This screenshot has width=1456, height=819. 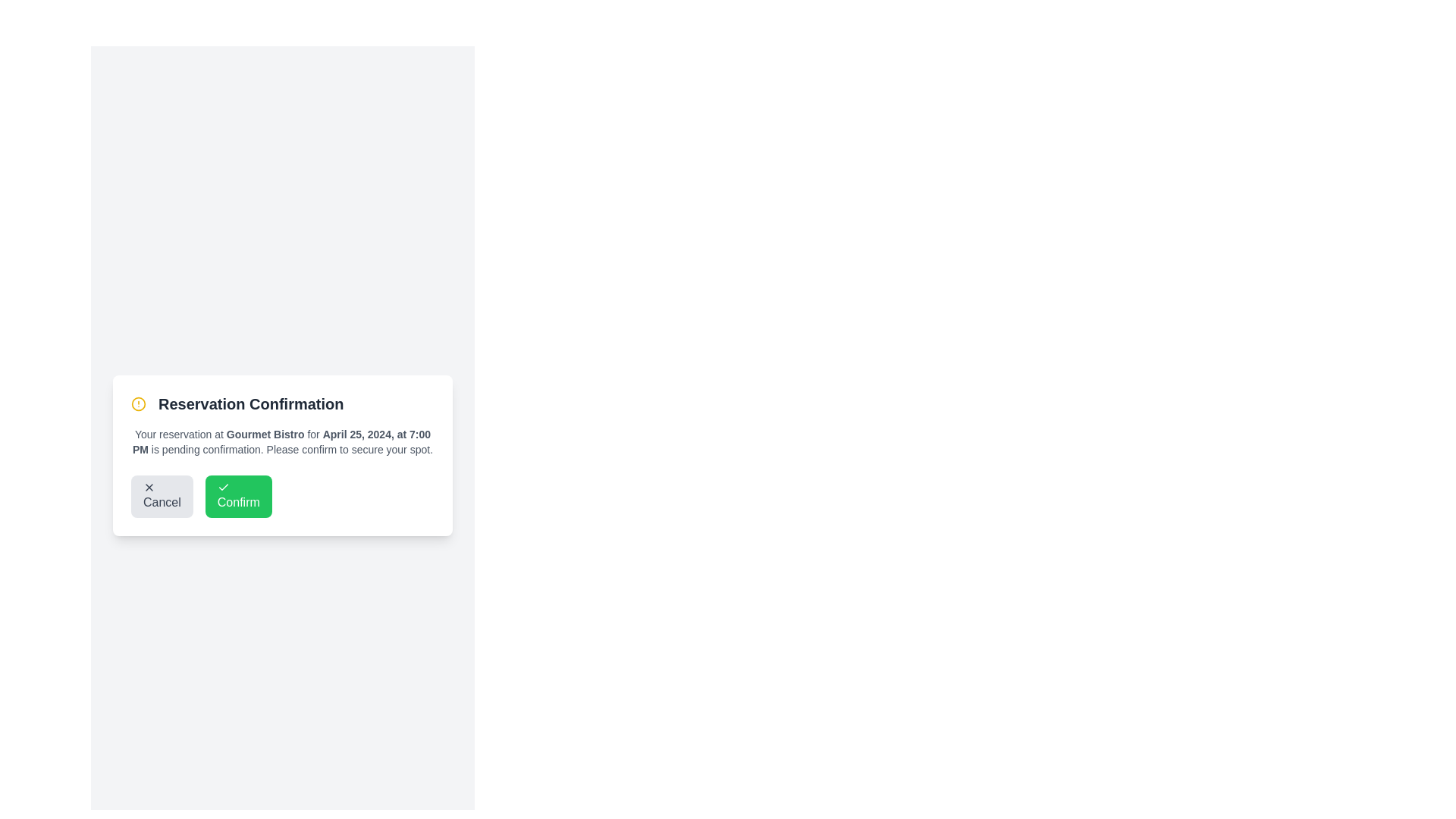 I want to click on the checkmark icon located within the 'Confirm' button, which has a green background and white outline, positioned to the left of the text 'Confirm', so click(x=222, y=488).